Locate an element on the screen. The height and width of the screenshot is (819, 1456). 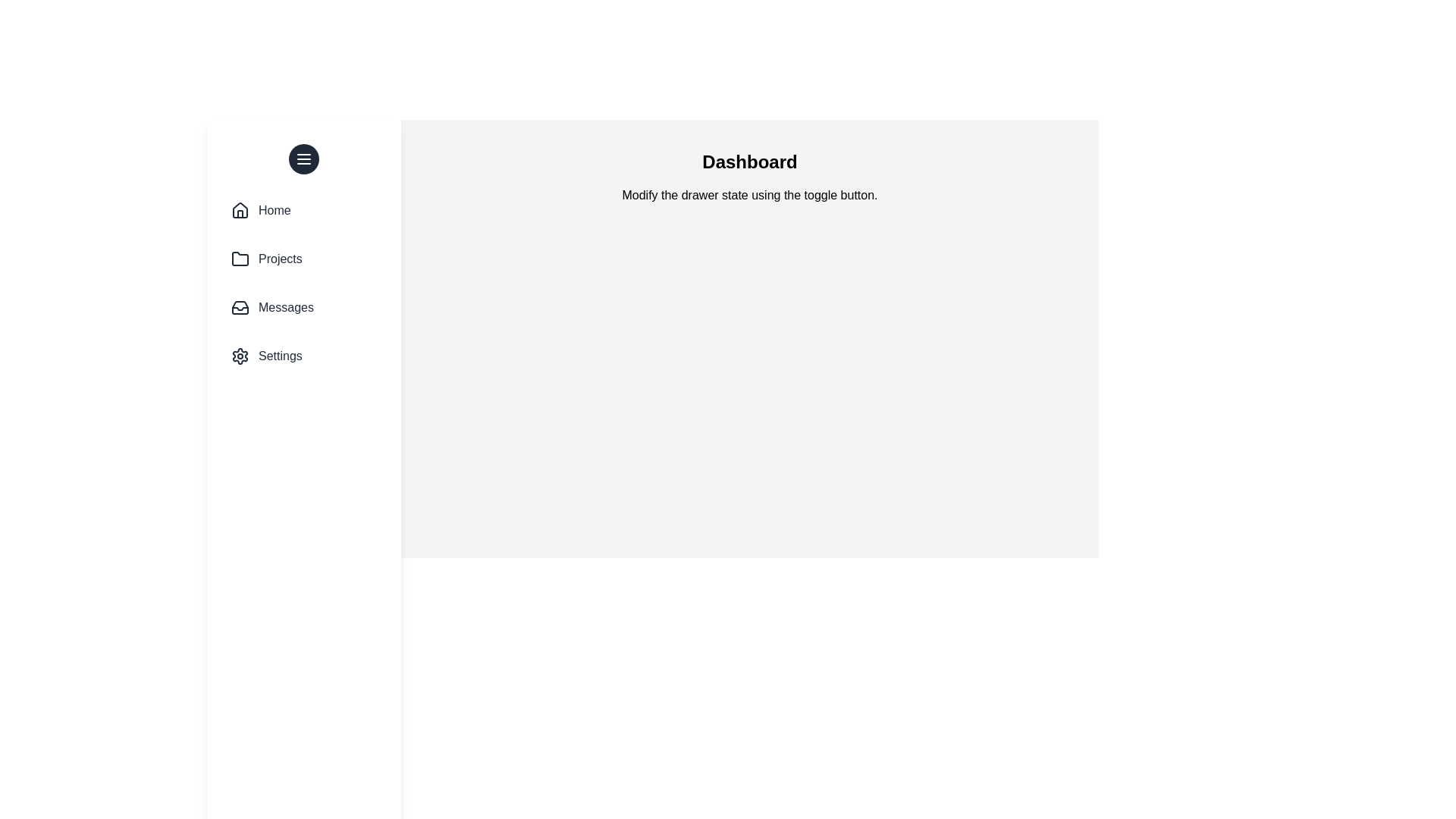
the menu button to toggle the drawer state is located at coordinates (303, 158).